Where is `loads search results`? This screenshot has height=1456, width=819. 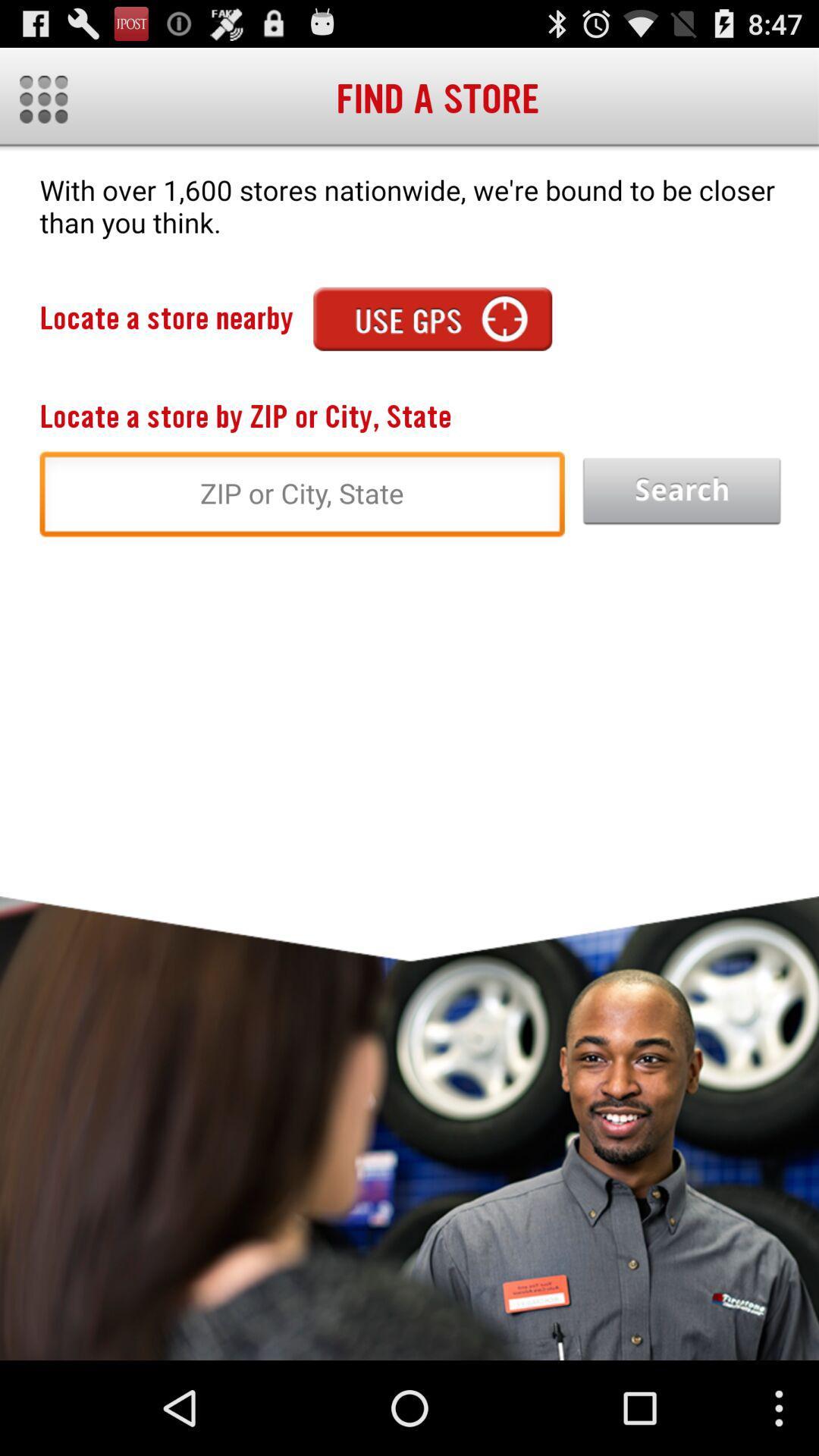 loads search results is located at coordinates (681, 491).